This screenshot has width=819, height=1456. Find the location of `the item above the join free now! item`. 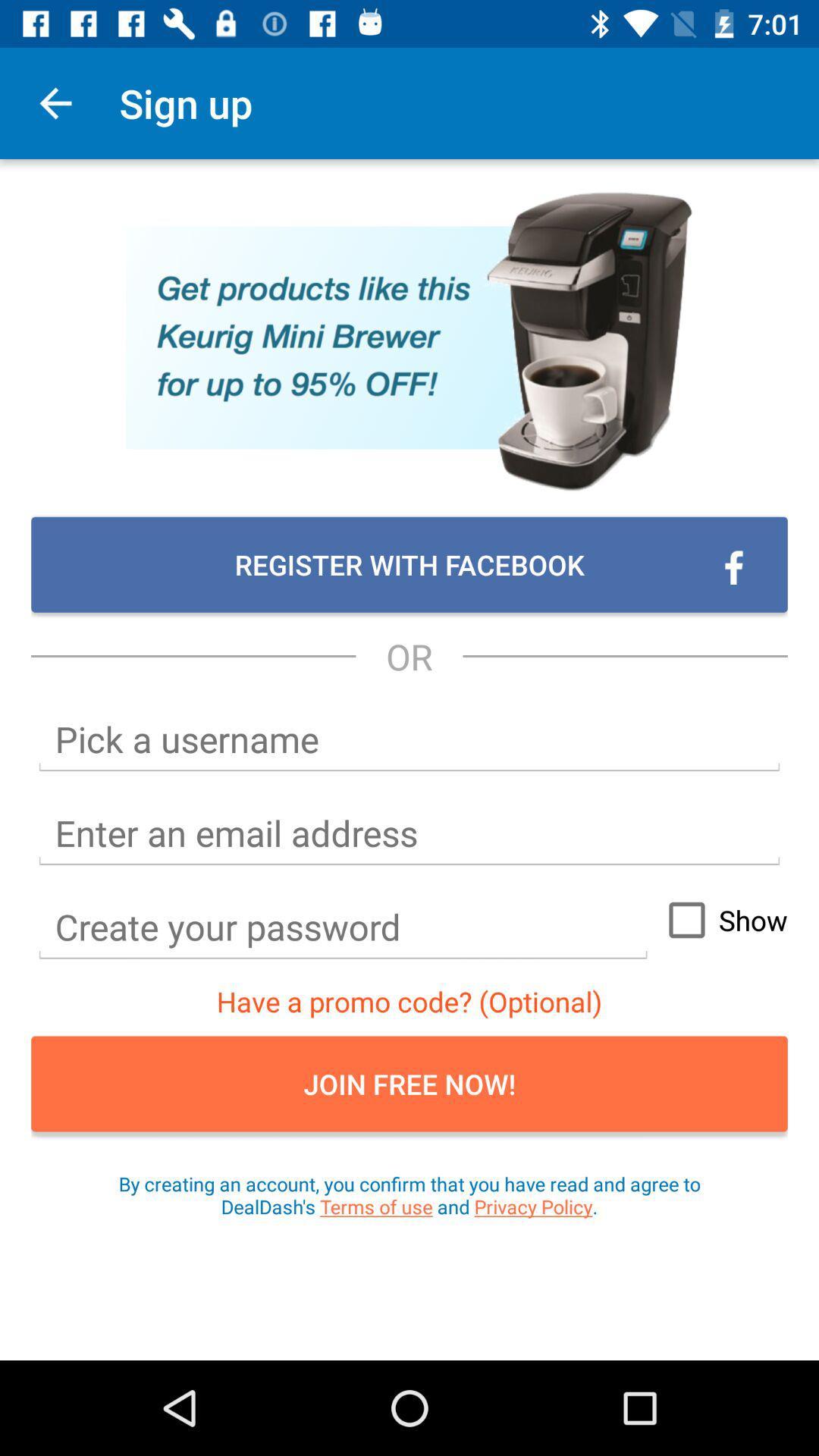

the item above the join free now! item is located at coordinates (409, 1001).